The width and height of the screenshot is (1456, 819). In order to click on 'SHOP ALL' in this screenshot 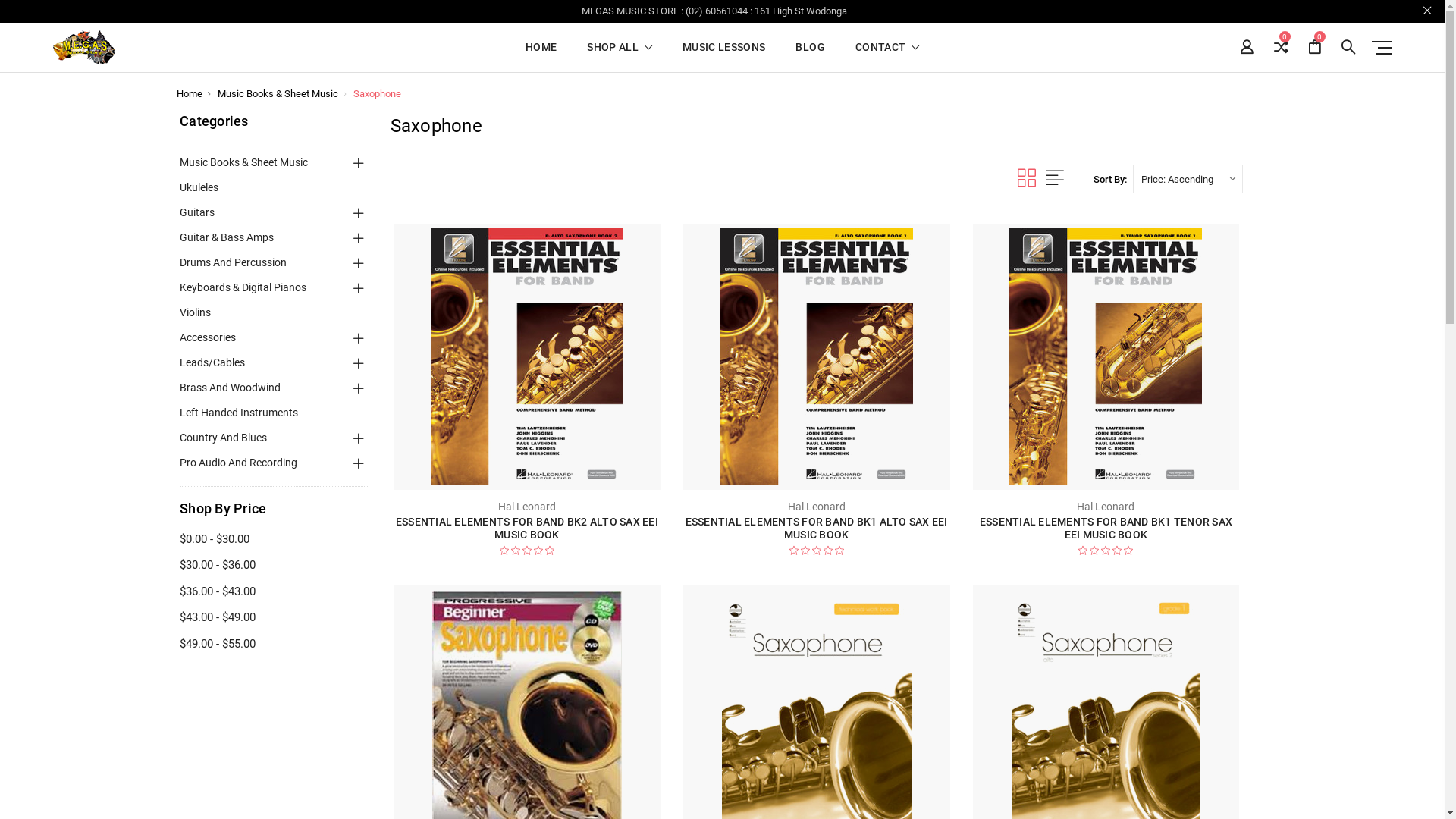, I will do `click(585, 55)`.